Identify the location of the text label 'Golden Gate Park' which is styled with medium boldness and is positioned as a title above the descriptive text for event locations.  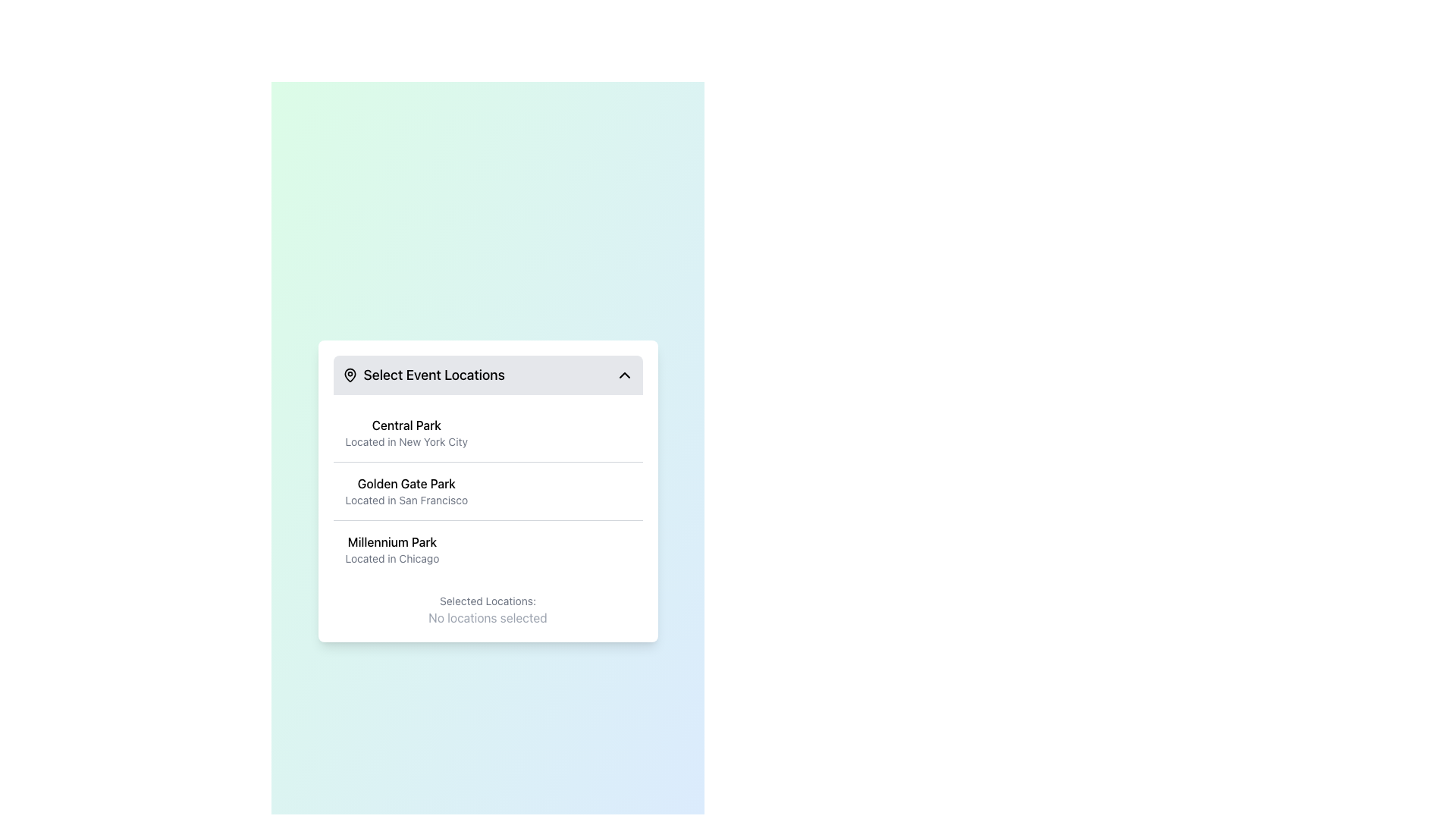
(406, 483).